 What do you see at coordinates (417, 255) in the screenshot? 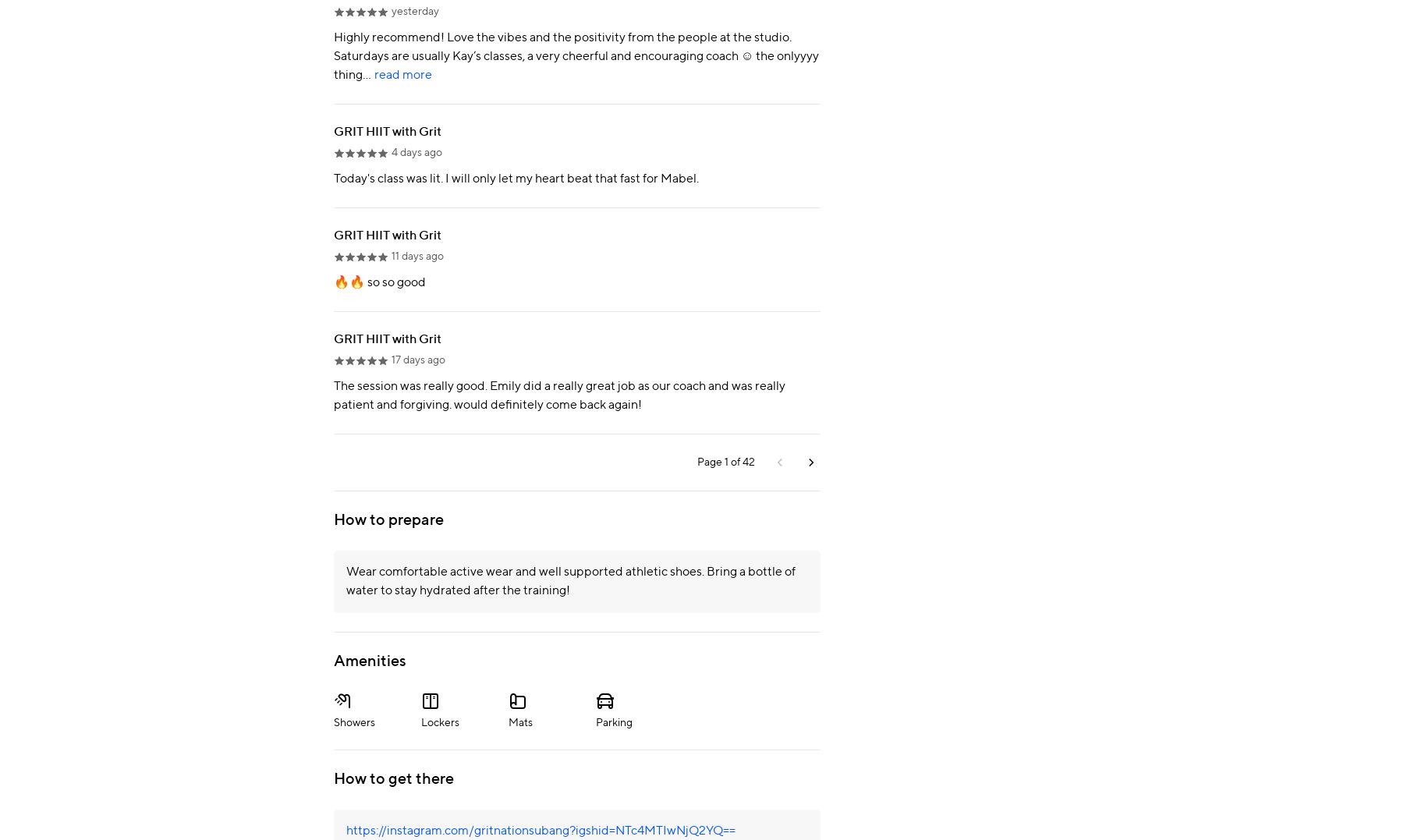
I see `'11 days ago'` at bounding box center [417, 255].